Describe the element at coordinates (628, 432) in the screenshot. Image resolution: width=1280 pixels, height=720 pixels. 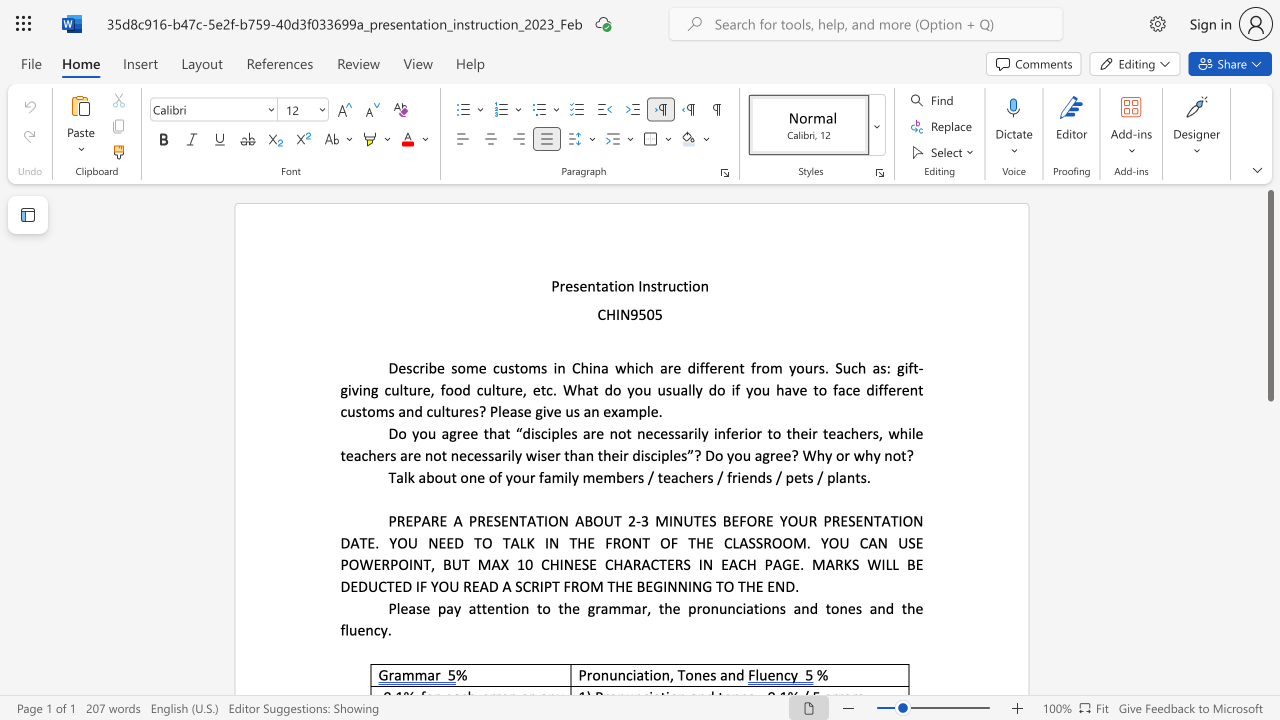
I see `the 3th character "t" in the text` at that location.